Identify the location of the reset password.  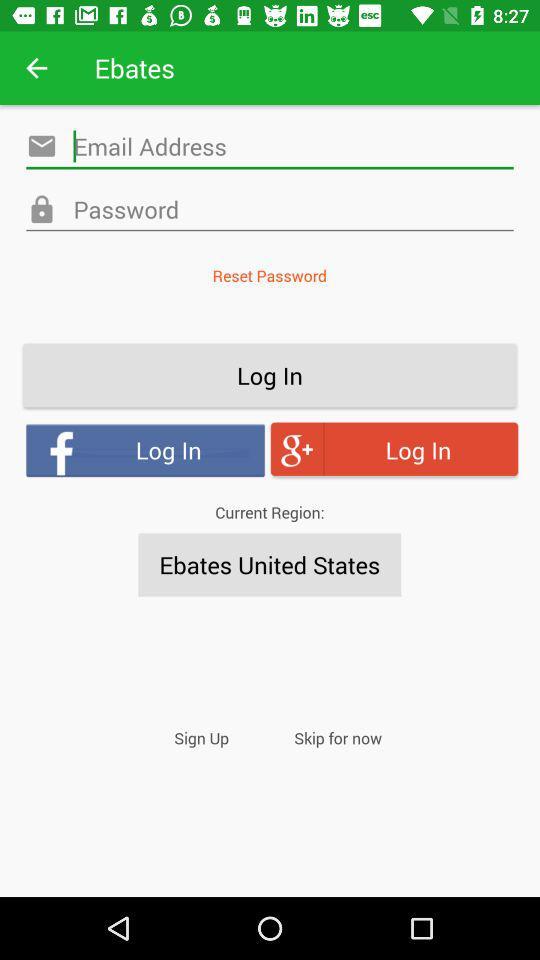
(269, 274).